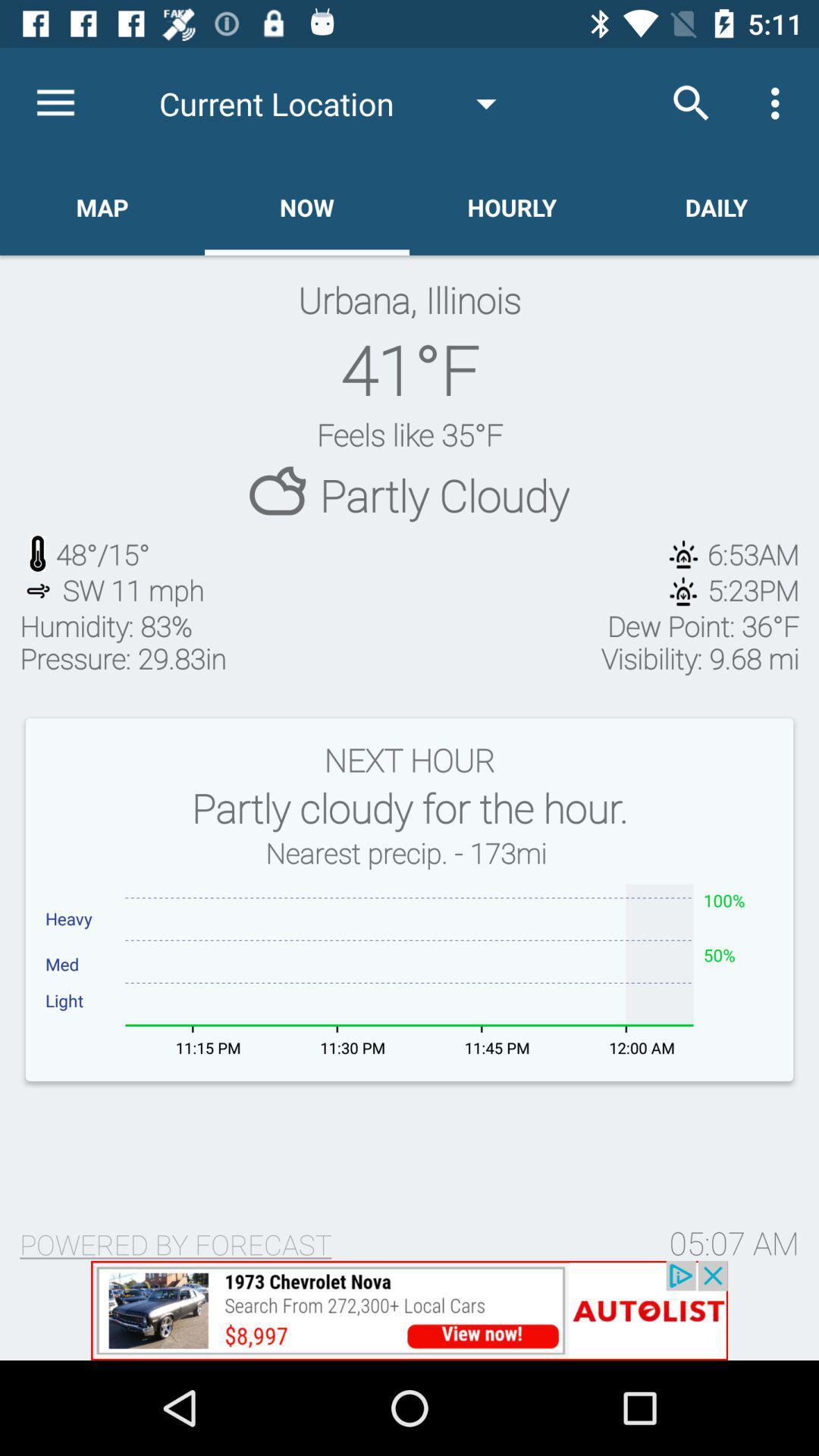  What do you see at coordinates (409, 1310) in the screenshot?
I see `opens up advertisement` at bounding box center [409, 1310].